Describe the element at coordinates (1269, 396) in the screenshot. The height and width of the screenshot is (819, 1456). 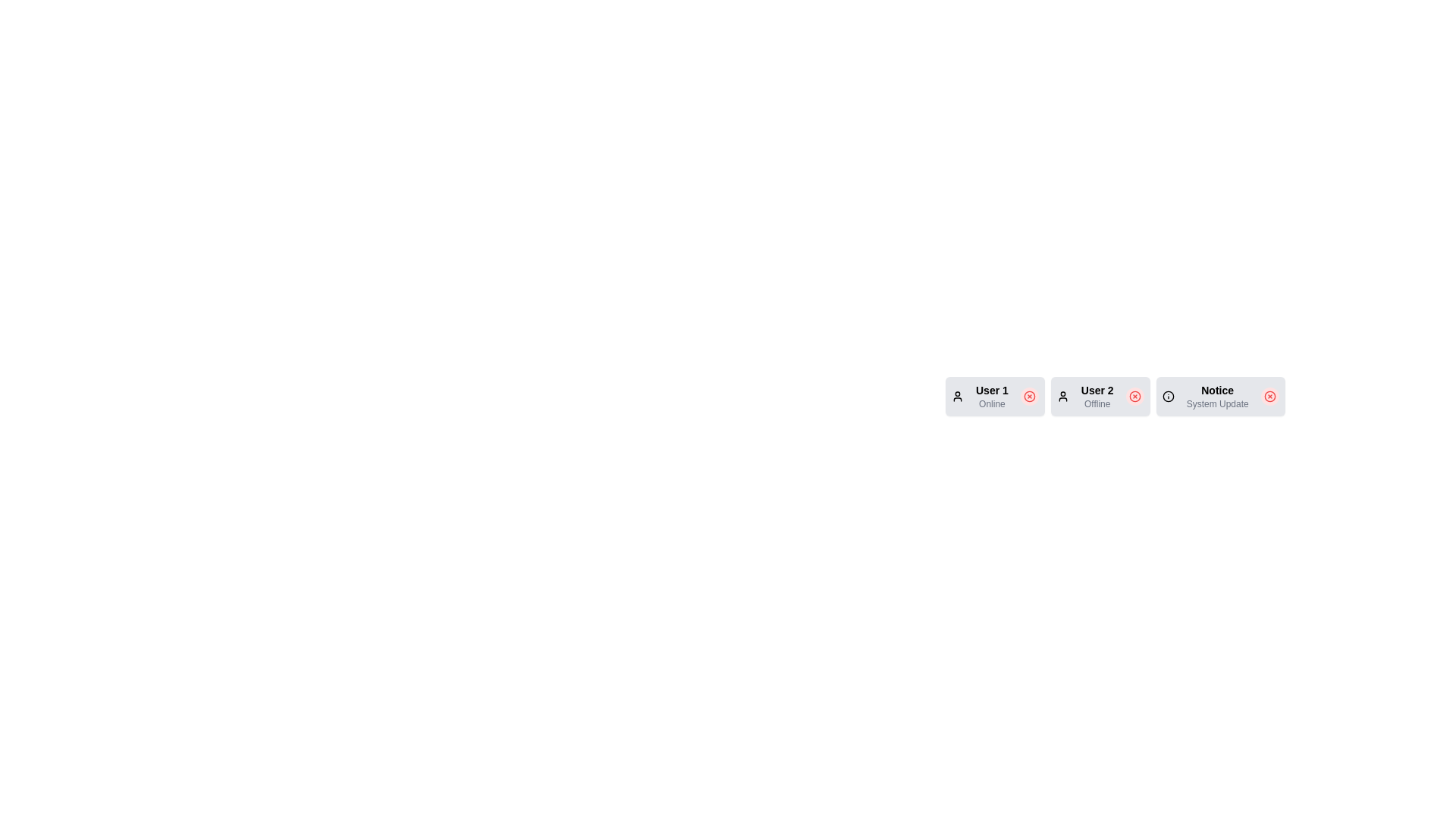
I see `delete button for the chip labeled Notice` at that location.